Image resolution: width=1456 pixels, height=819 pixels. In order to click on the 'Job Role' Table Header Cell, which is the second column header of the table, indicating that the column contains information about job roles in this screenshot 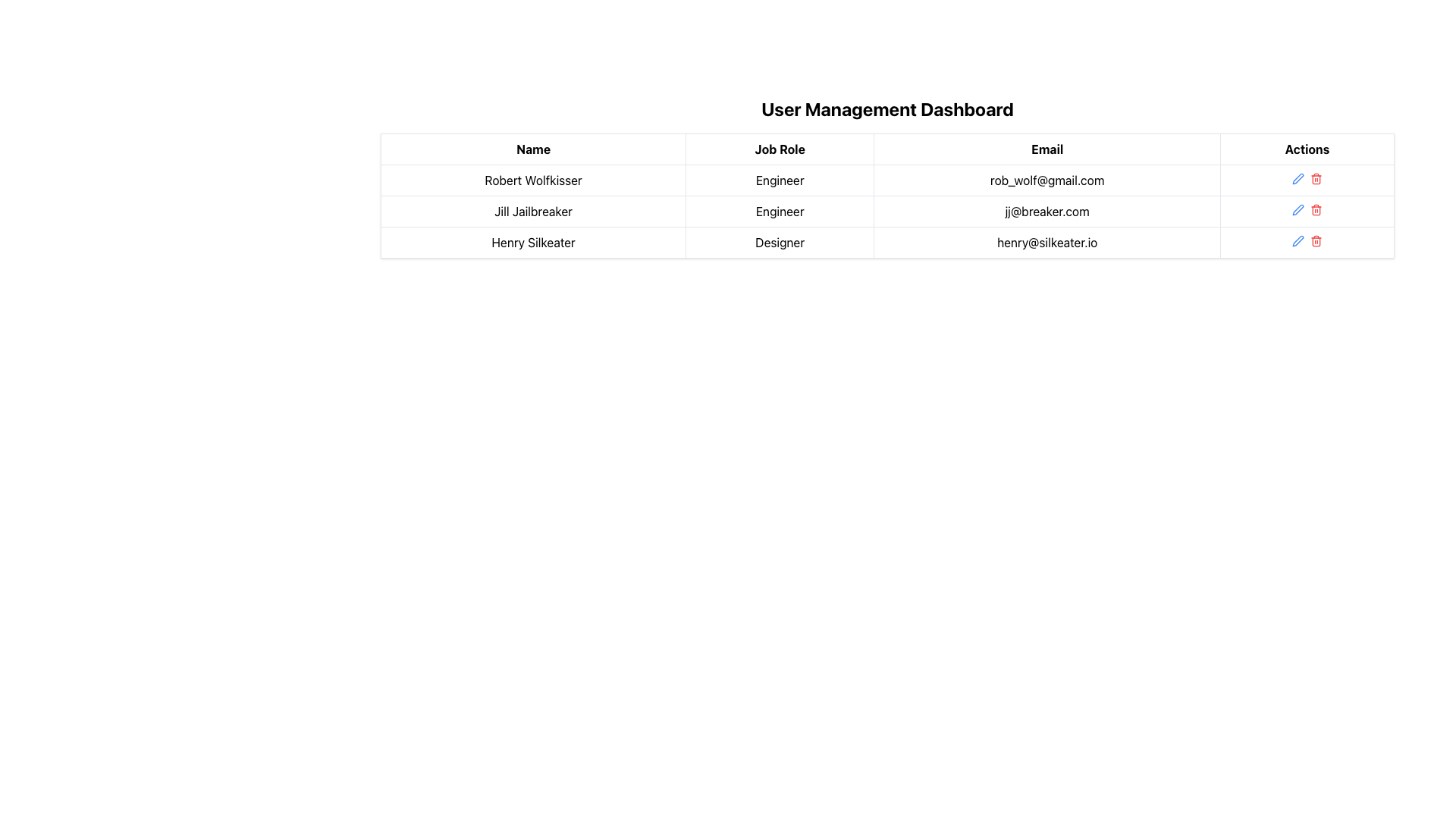, I will do `click(780, 149)`.